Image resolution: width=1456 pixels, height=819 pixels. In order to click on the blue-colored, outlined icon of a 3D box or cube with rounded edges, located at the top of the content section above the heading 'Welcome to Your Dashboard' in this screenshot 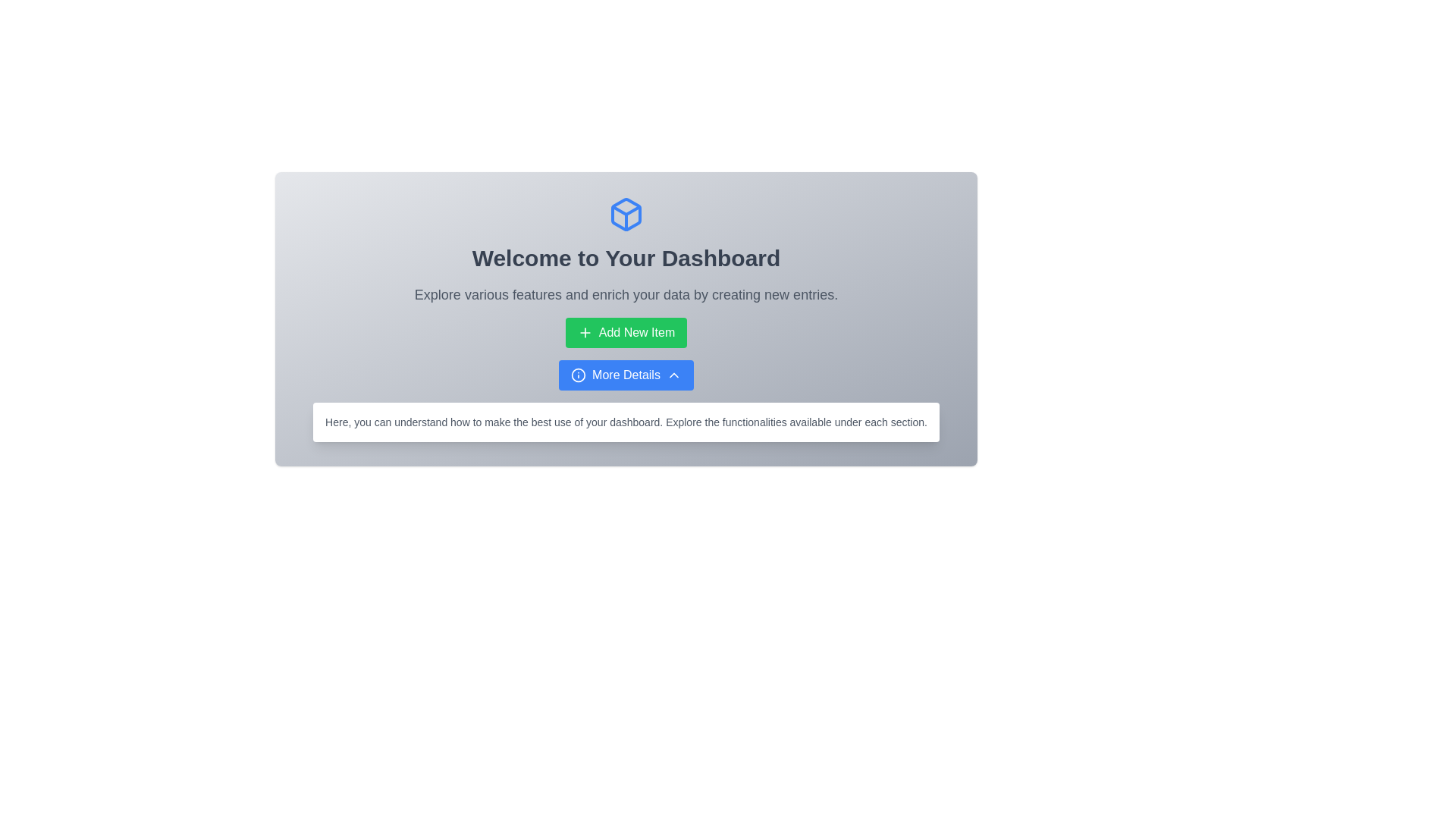, I will do `click(626, 214)`.